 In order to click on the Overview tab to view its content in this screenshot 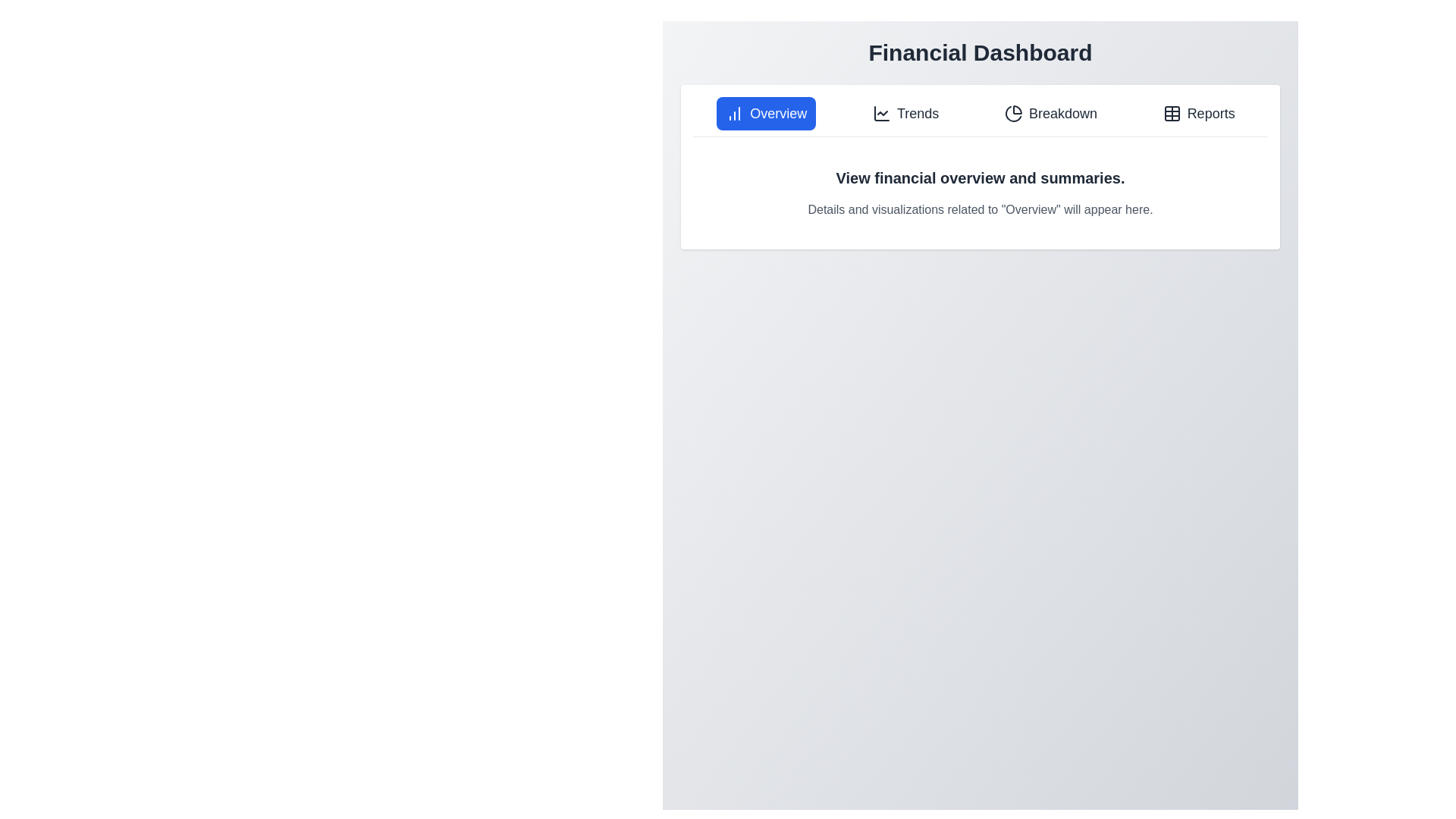, I will do `click(766, 113)`.